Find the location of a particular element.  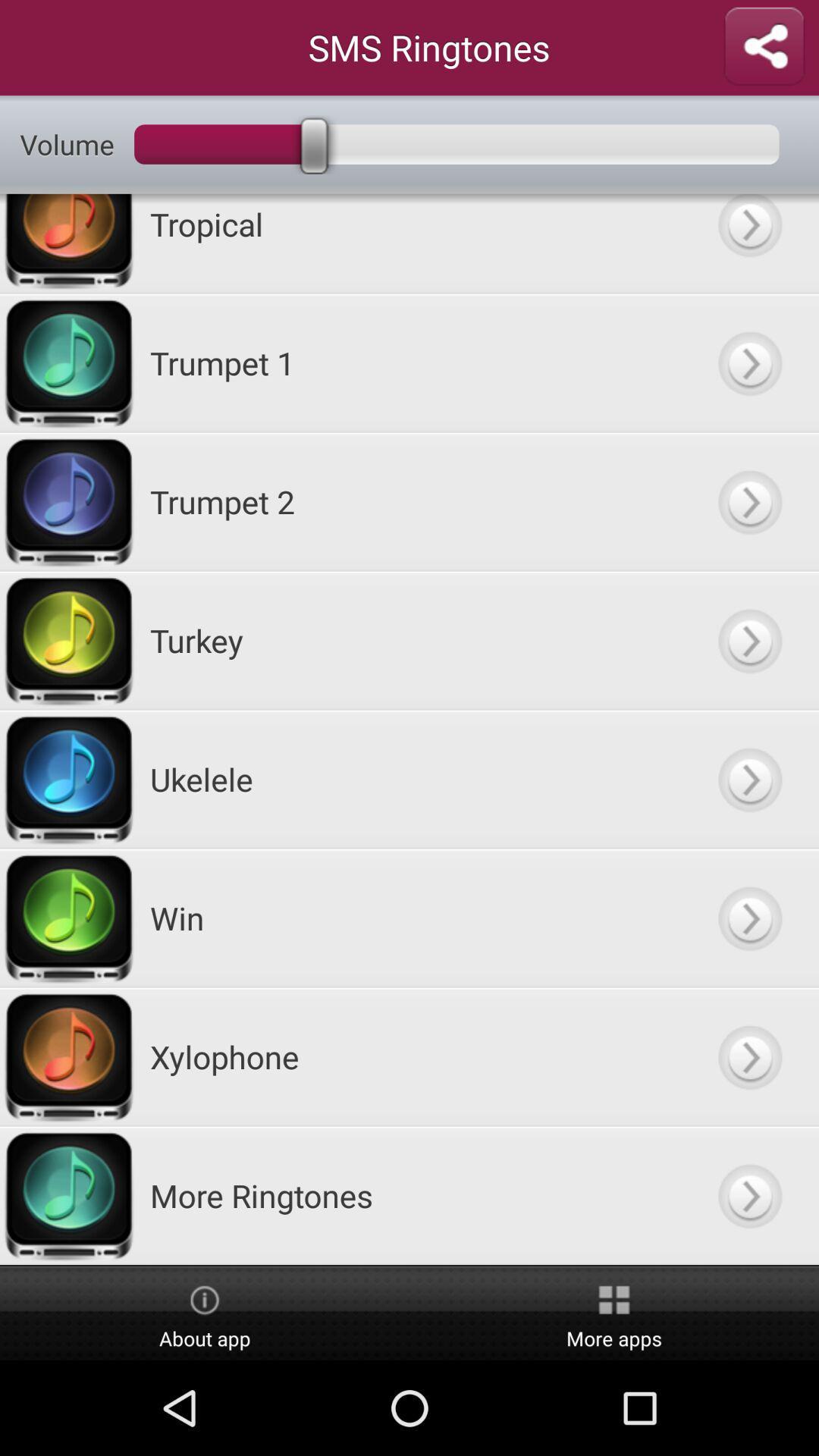

tumpet 2 ringtone is located at coordinates (748, 501).